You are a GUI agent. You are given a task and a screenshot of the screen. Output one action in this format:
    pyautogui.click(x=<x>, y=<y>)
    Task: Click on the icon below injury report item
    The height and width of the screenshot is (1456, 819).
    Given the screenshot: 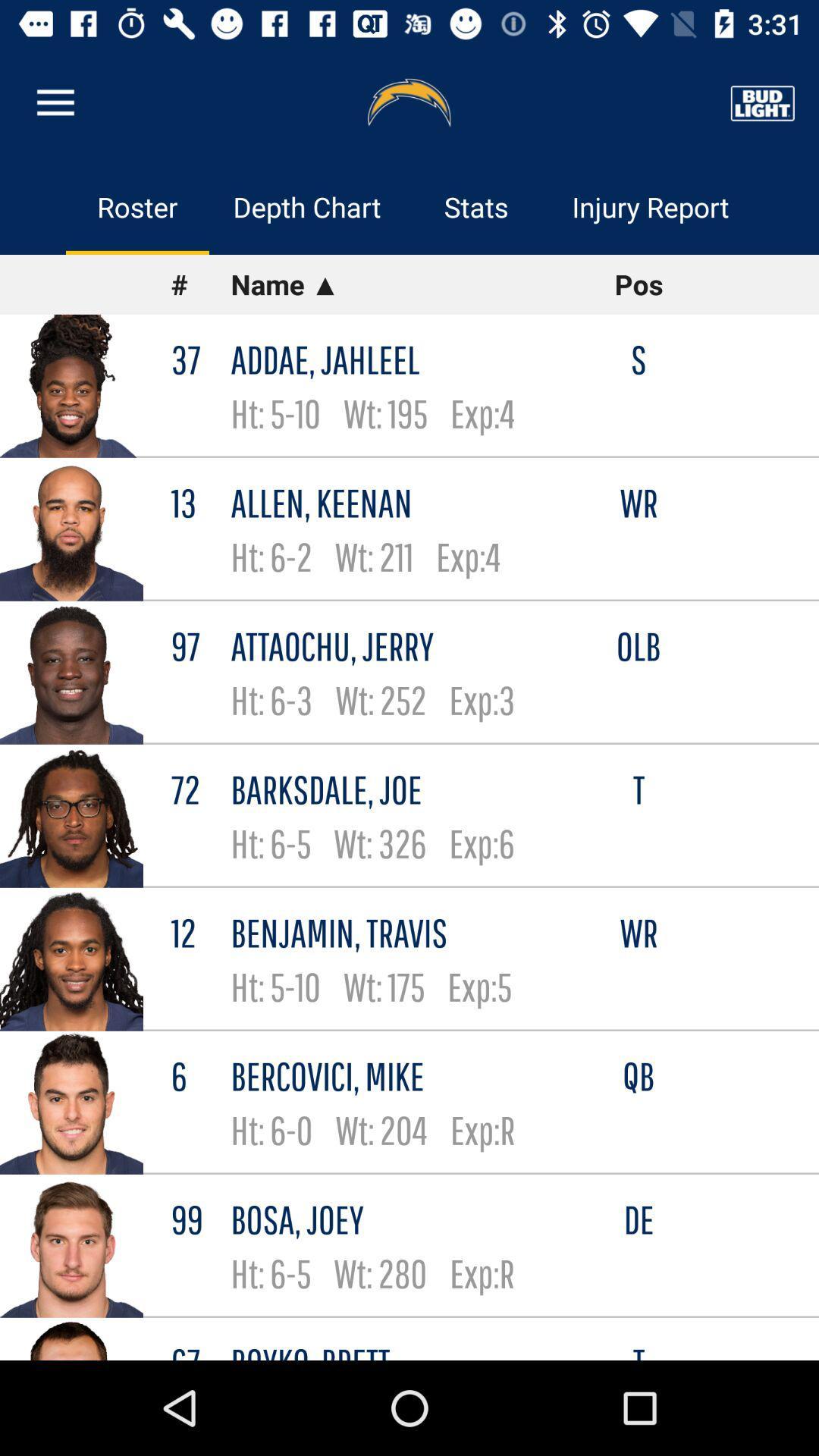 What is the action you would take?
    pyautogui.click(x=639, y=284)
    